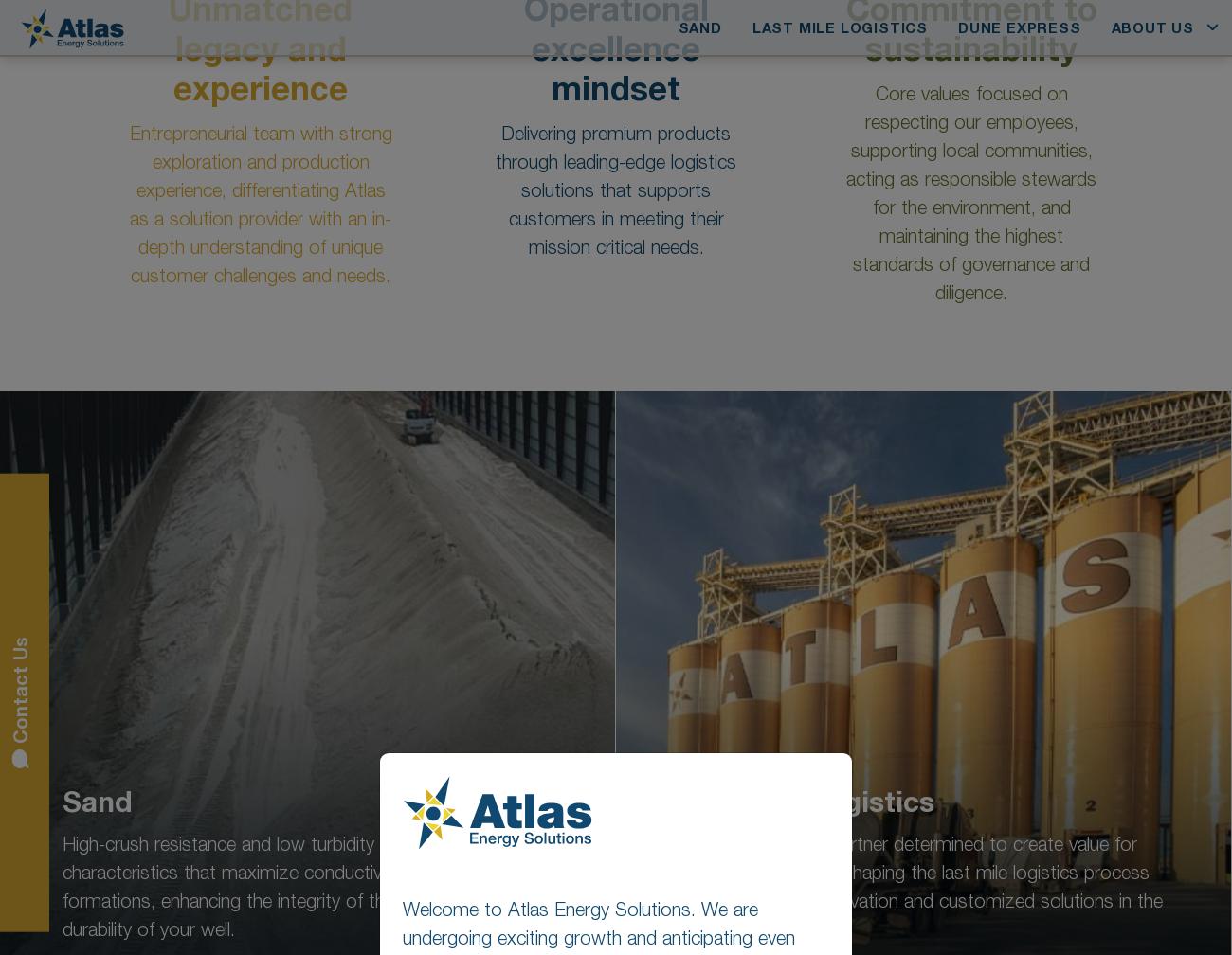  What do you see at coordinates (672, 821) in the screenshot?
I see `'310 W. Wall St. Suite 550'` at bounding box center [672, 821].